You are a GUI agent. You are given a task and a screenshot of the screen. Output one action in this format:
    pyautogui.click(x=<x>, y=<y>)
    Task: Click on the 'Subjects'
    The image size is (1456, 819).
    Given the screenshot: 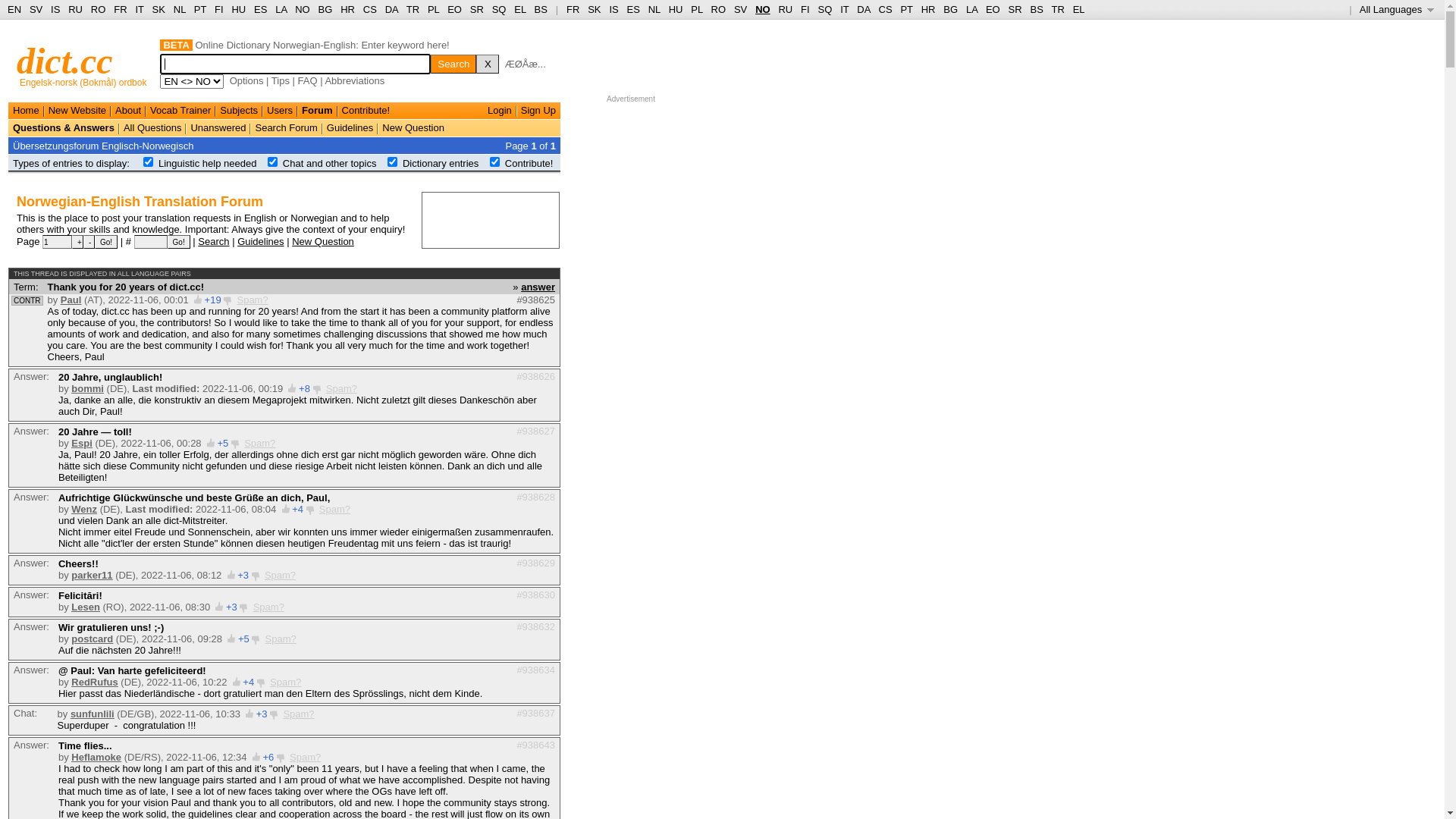 What is the action you would take?
    pyautogui.click(x=238, y=109)
    